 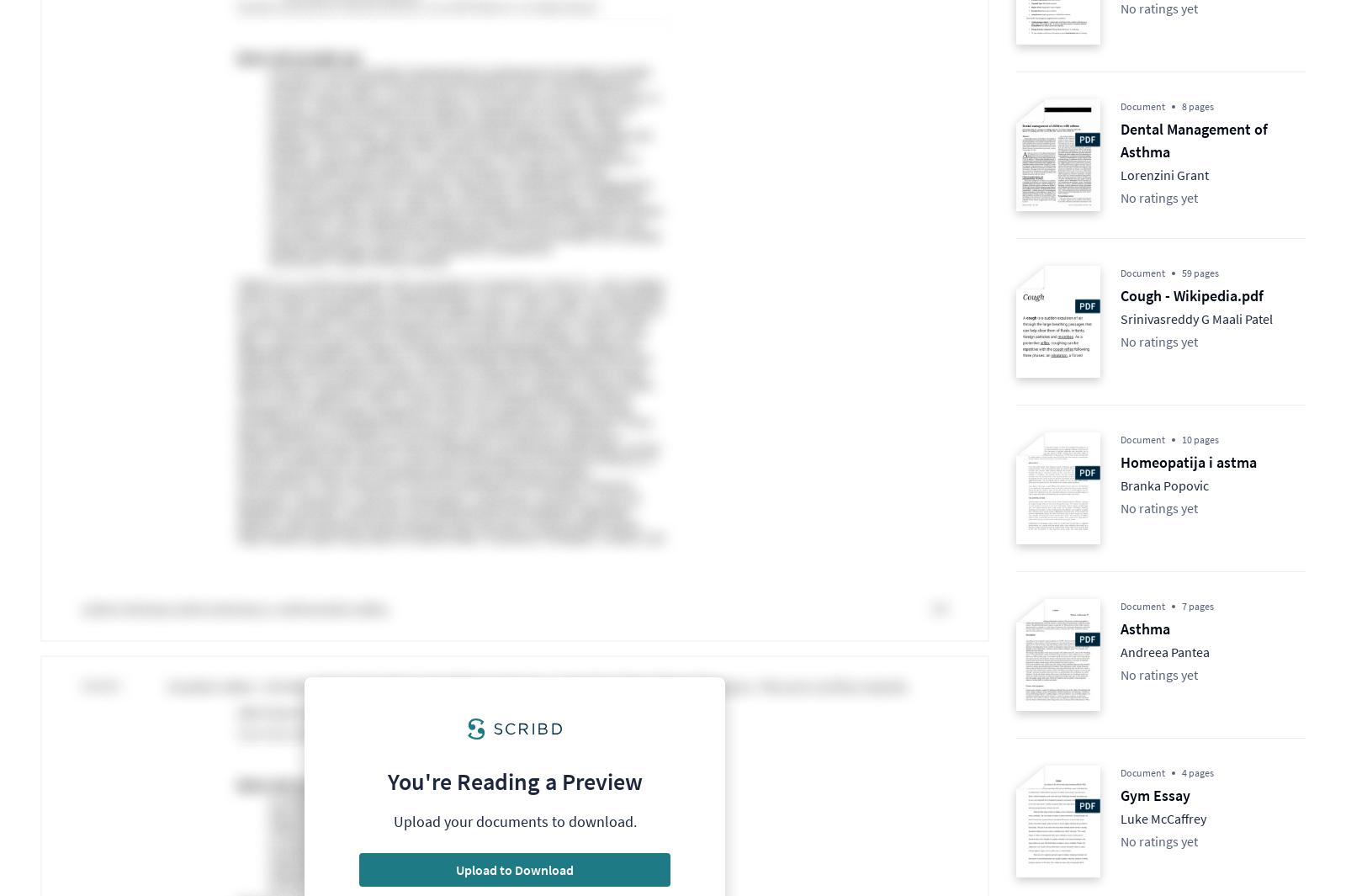 What do you see at coordinates (1163, 652) in the screenshot?
I see `'Andreea Pantea'` at bounding box center [1163, 652].